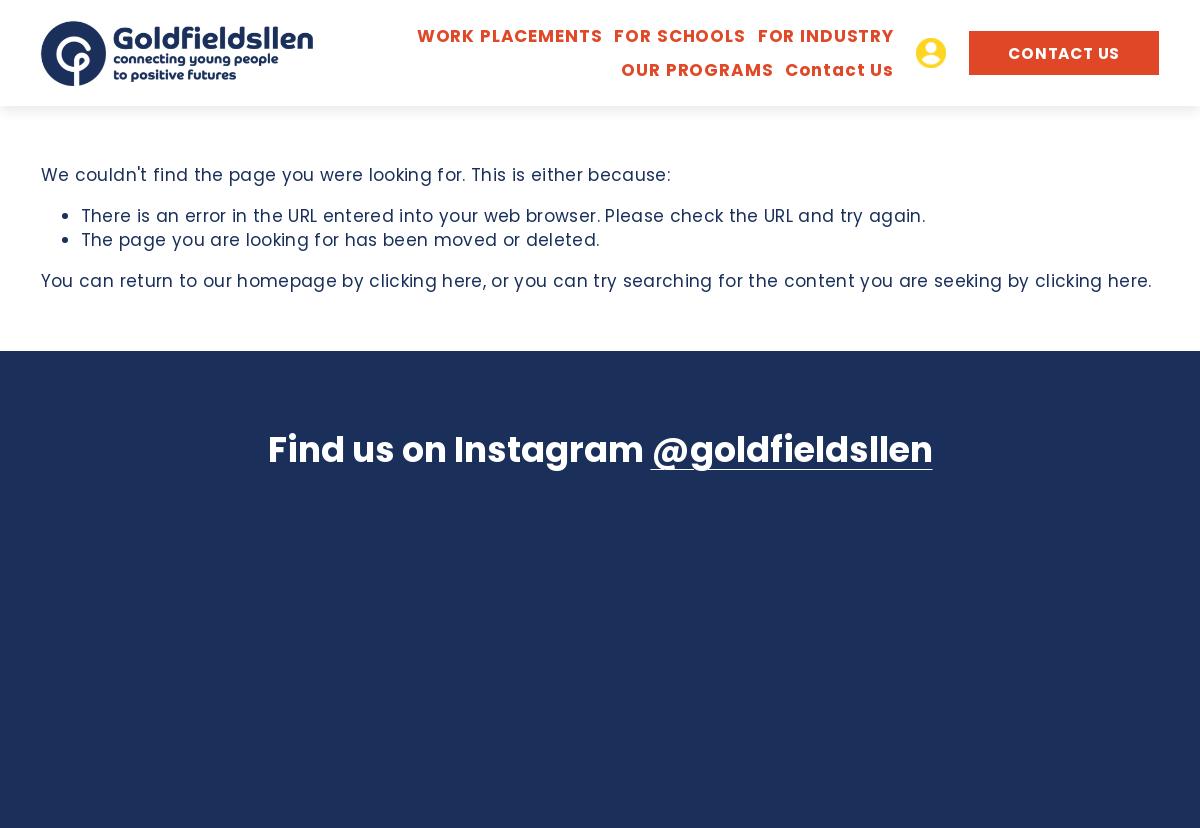  Describe the element at coordinates (757, 280) in the screenshot. I see `', or you can try searching for the
  content you are seeking by'` at that location.